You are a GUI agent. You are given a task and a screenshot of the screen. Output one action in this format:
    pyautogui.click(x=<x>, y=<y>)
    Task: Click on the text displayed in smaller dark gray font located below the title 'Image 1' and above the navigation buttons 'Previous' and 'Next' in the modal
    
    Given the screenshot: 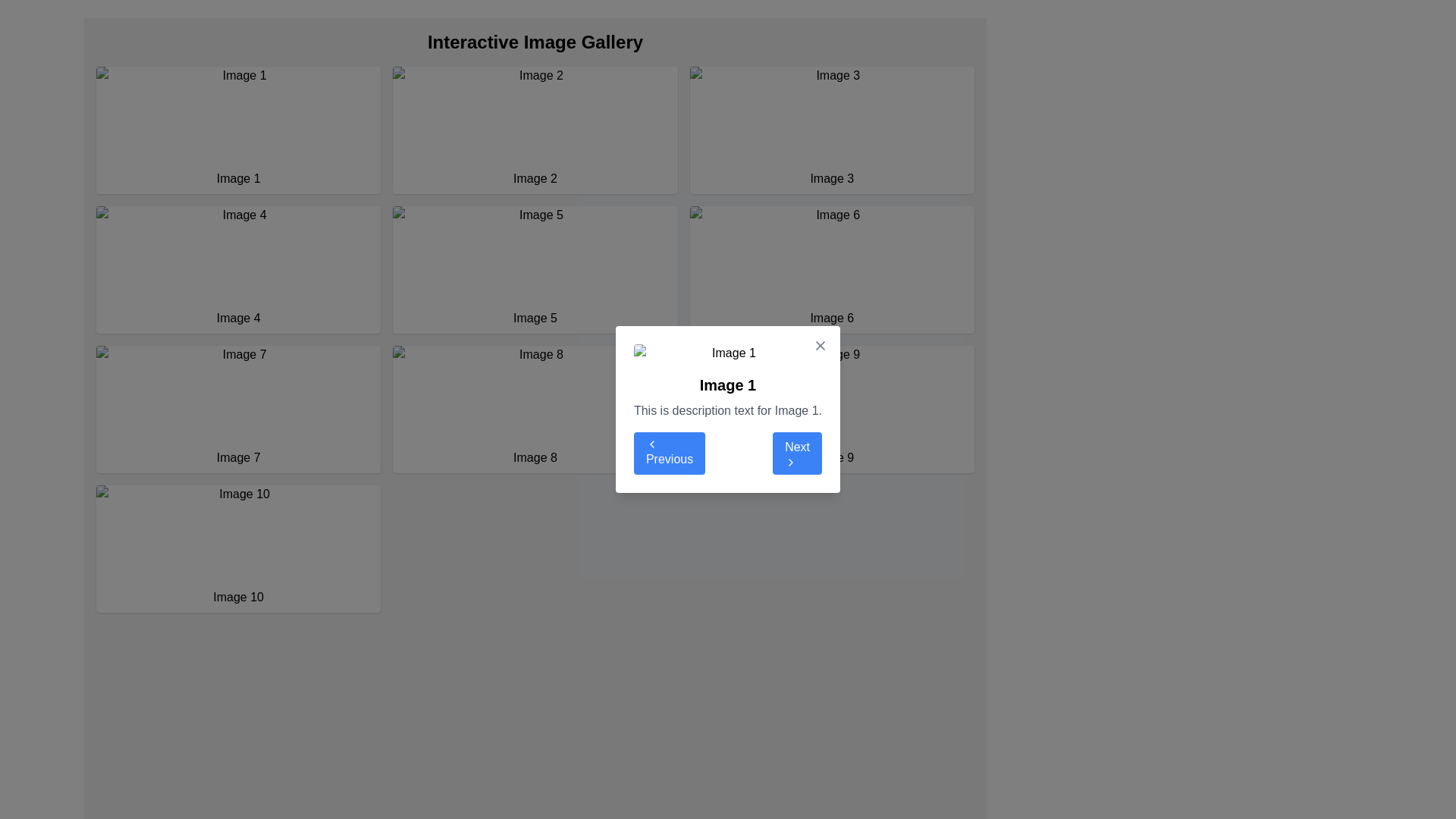 What is the action you would take?
    pyautogui.click(x=728, y=411)
    